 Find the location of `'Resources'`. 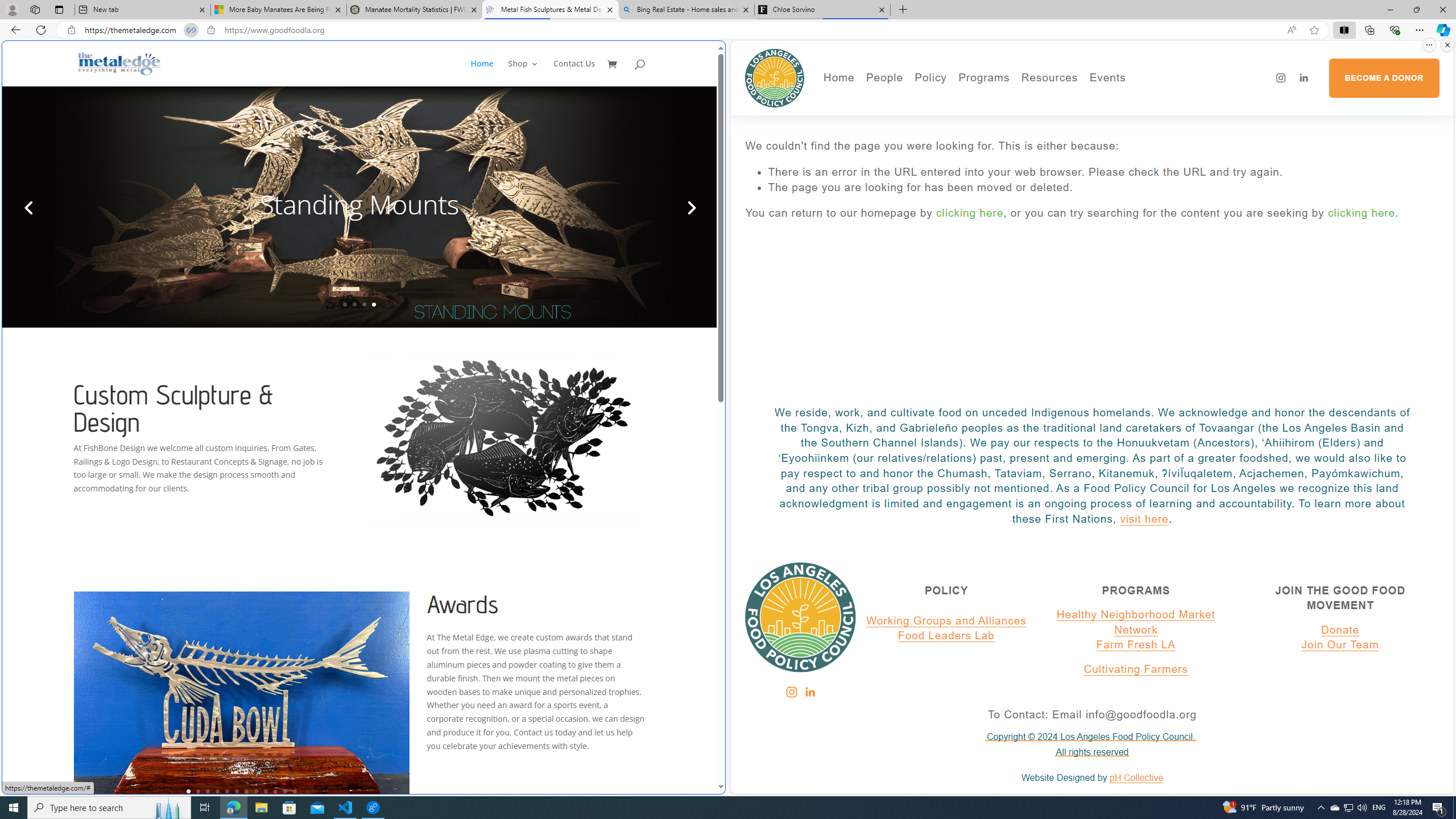

'Resources' is located at coordinates (1049, 78).